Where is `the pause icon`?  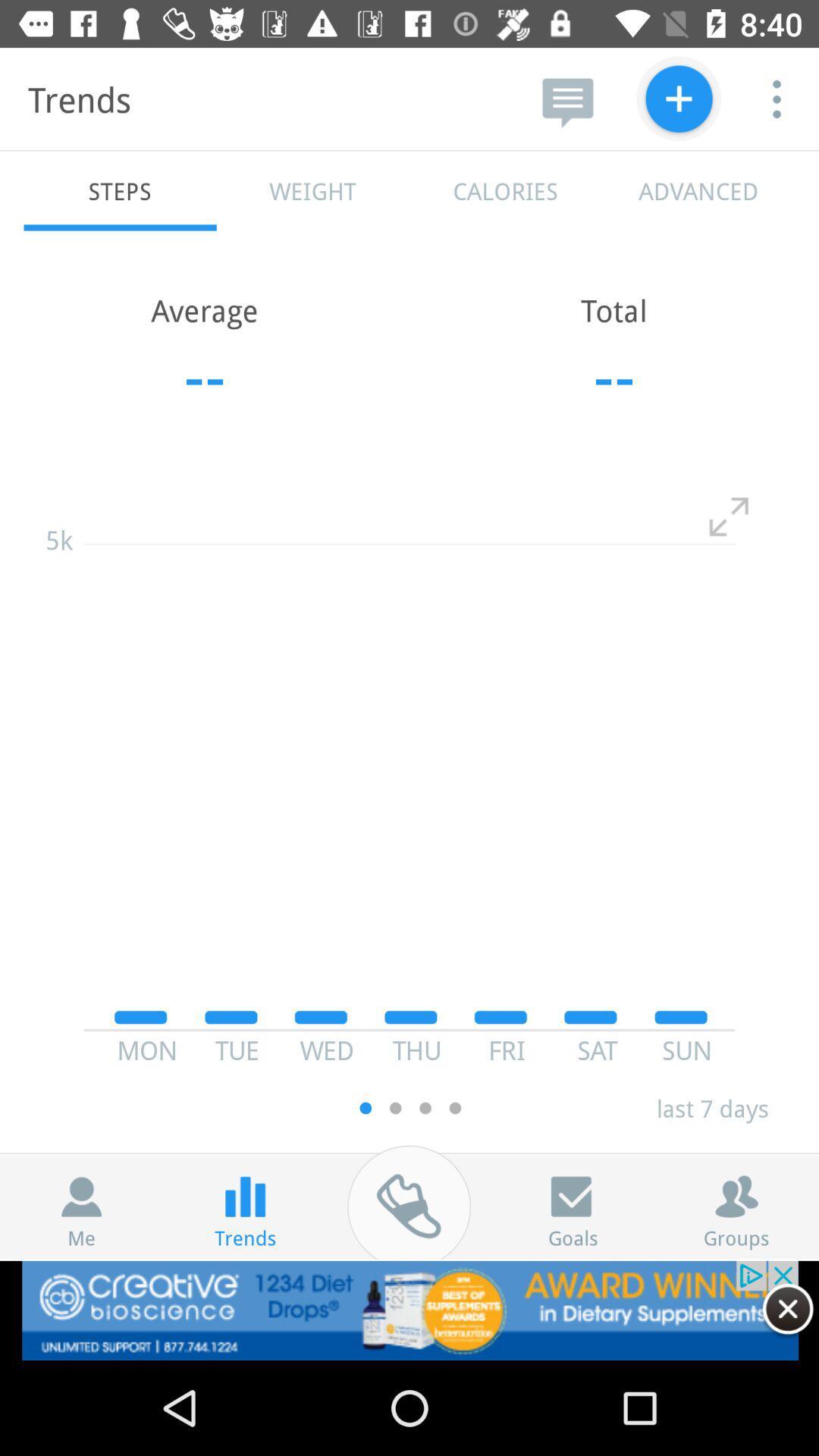
the pause icon is located at coordinates (244, 1196).